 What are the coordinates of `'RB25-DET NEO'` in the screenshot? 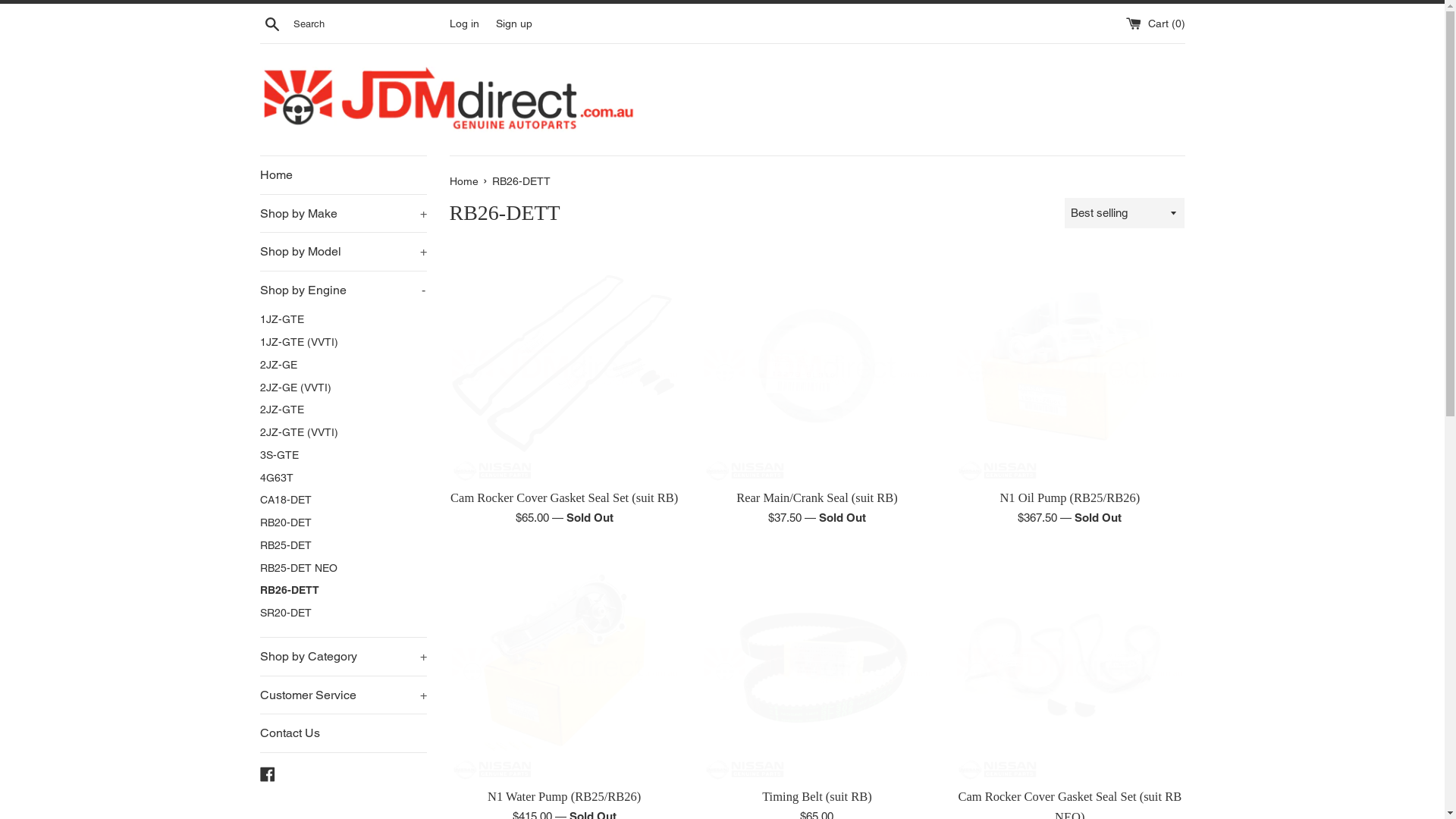 It's located at (341, 568).